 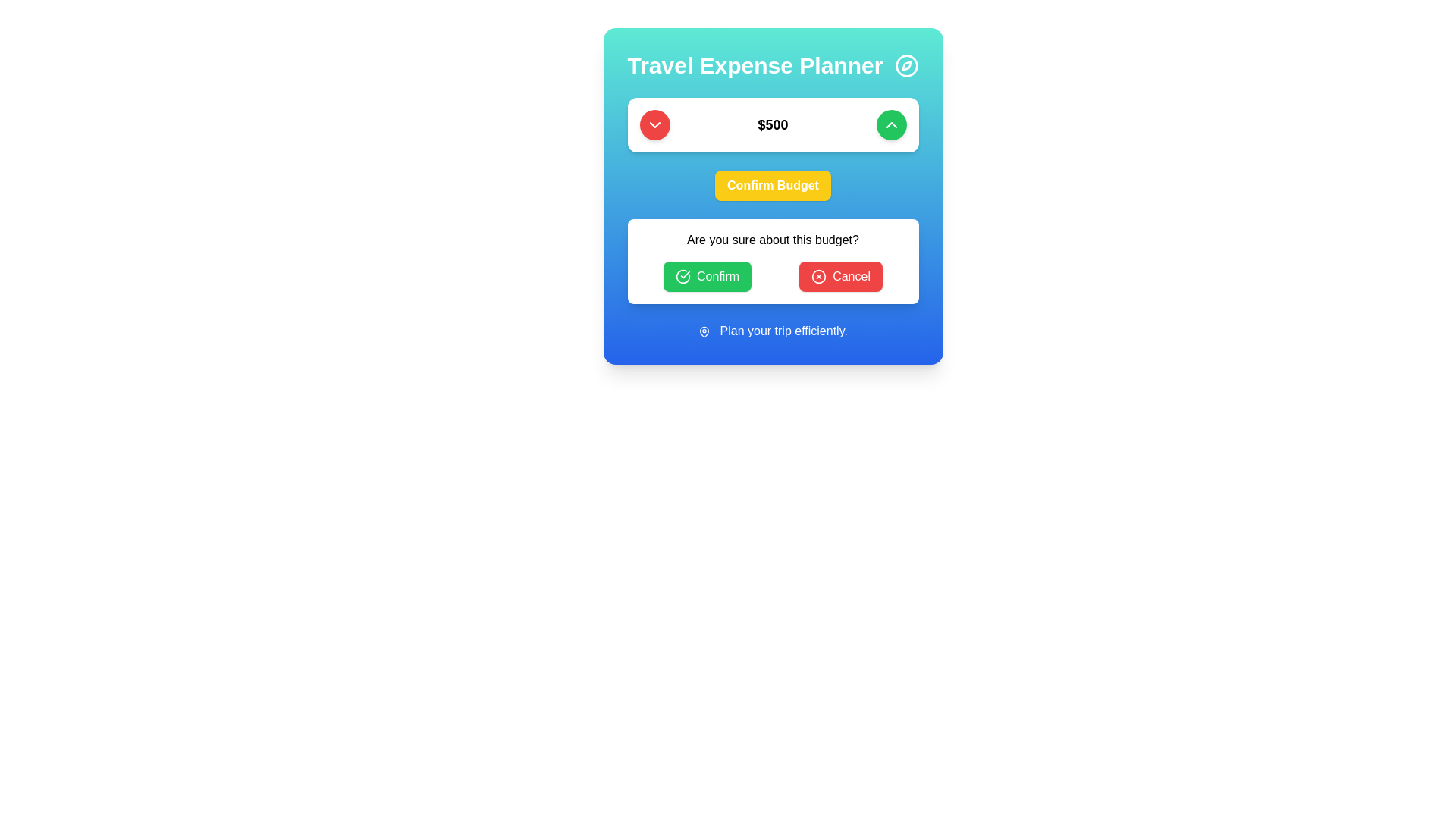 What do you see at coordinates (839, 277) in the screenshot?
I see `the cancellation button located in the lower section of the central white card, which is the second button to the right of the green 'Confirm' button` at bounding box center [839, 277].